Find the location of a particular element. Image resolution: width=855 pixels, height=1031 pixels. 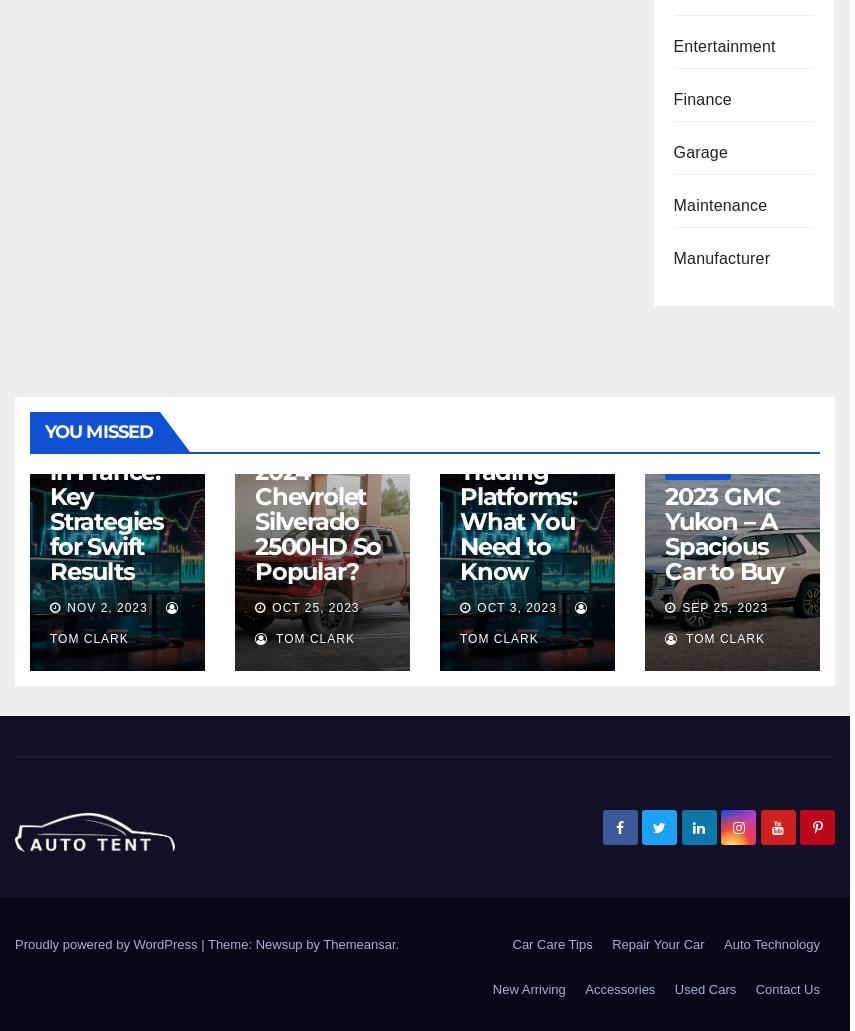

'Car Care Tips' is located at coordinates (510, 943).